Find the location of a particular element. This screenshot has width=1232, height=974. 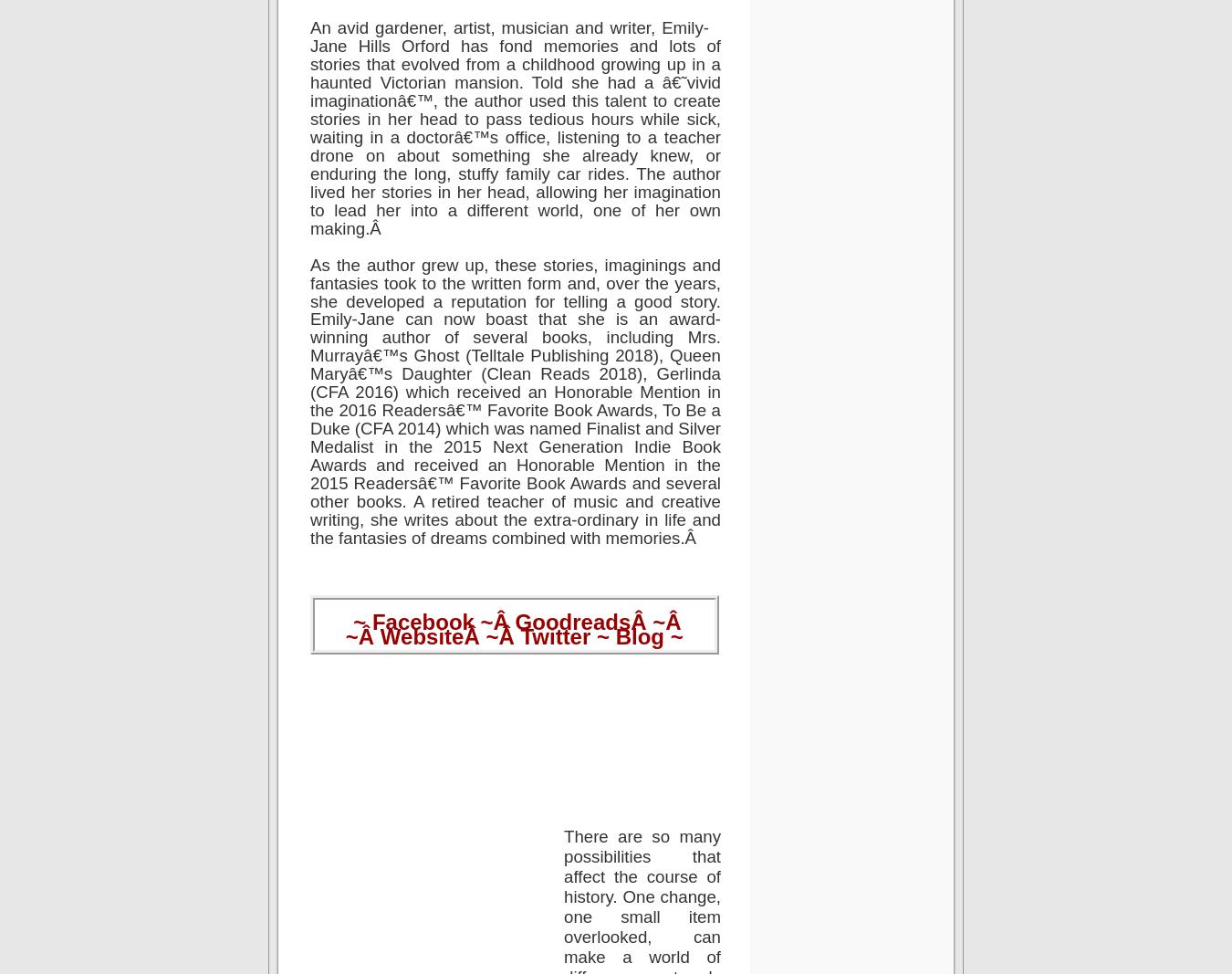

'Twitter' is located at coordinates (519, 636).